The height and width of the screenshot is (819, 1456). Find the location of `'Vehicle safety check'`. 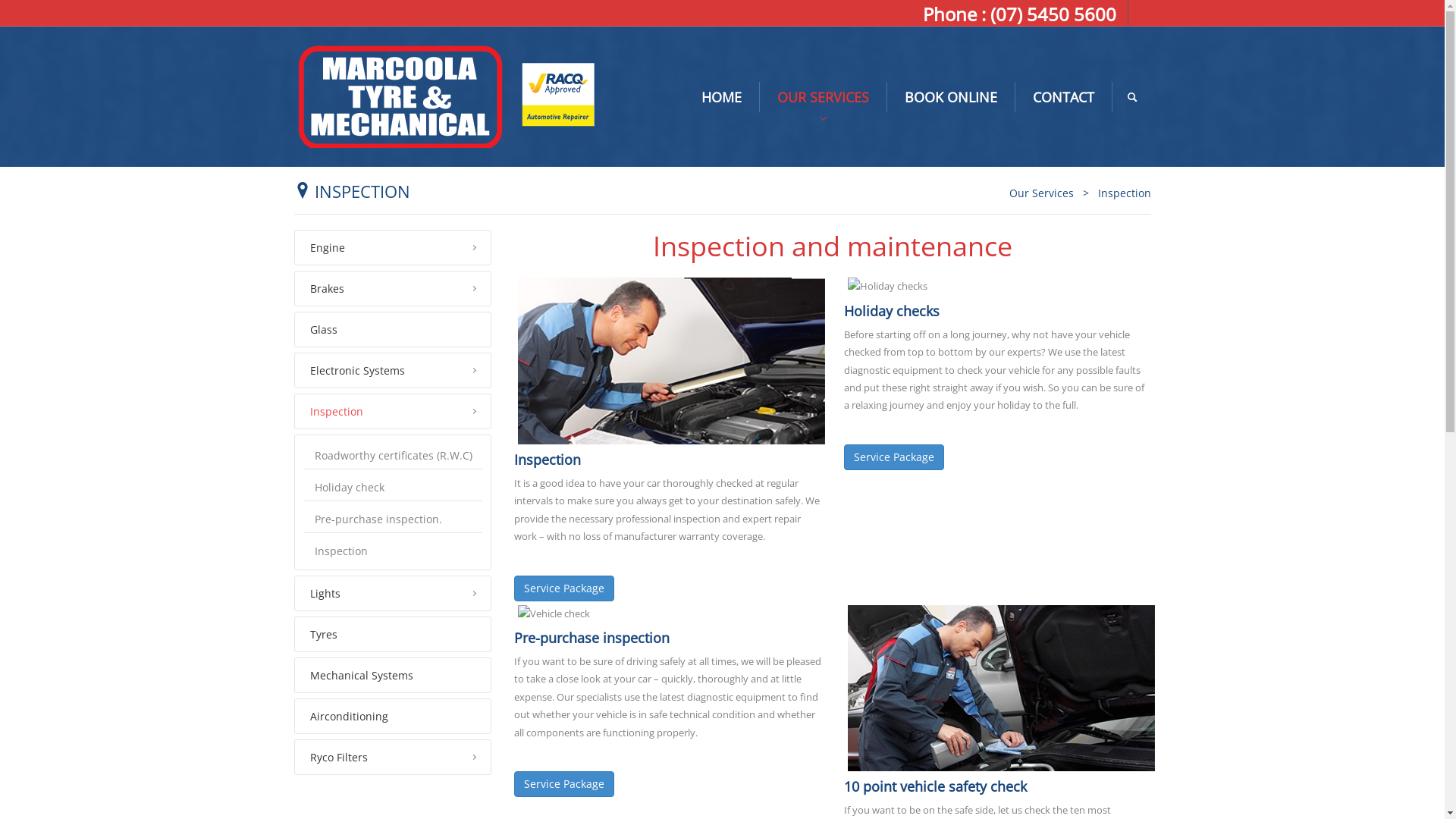

'Vehicle safety check' is located at coordinates (1001, 688).